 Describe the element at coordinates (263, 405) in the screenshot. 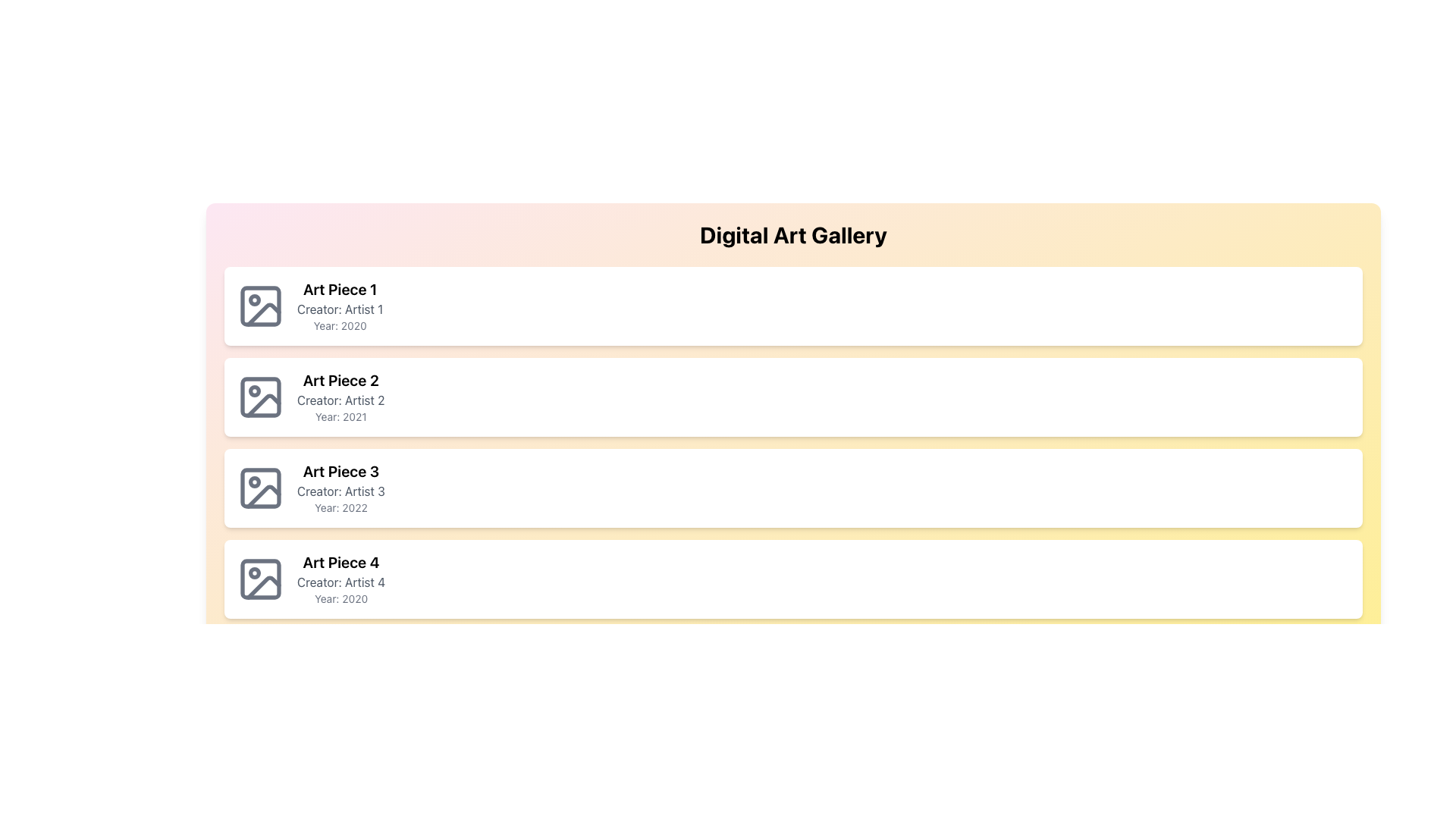

I see `the decorative element within the SVG graphic that is part of the icon representing an image placeholder in the second row's icon of the gallery interface, specifically the square icon on the left side of the 'Art Piece 2' section` at that location.